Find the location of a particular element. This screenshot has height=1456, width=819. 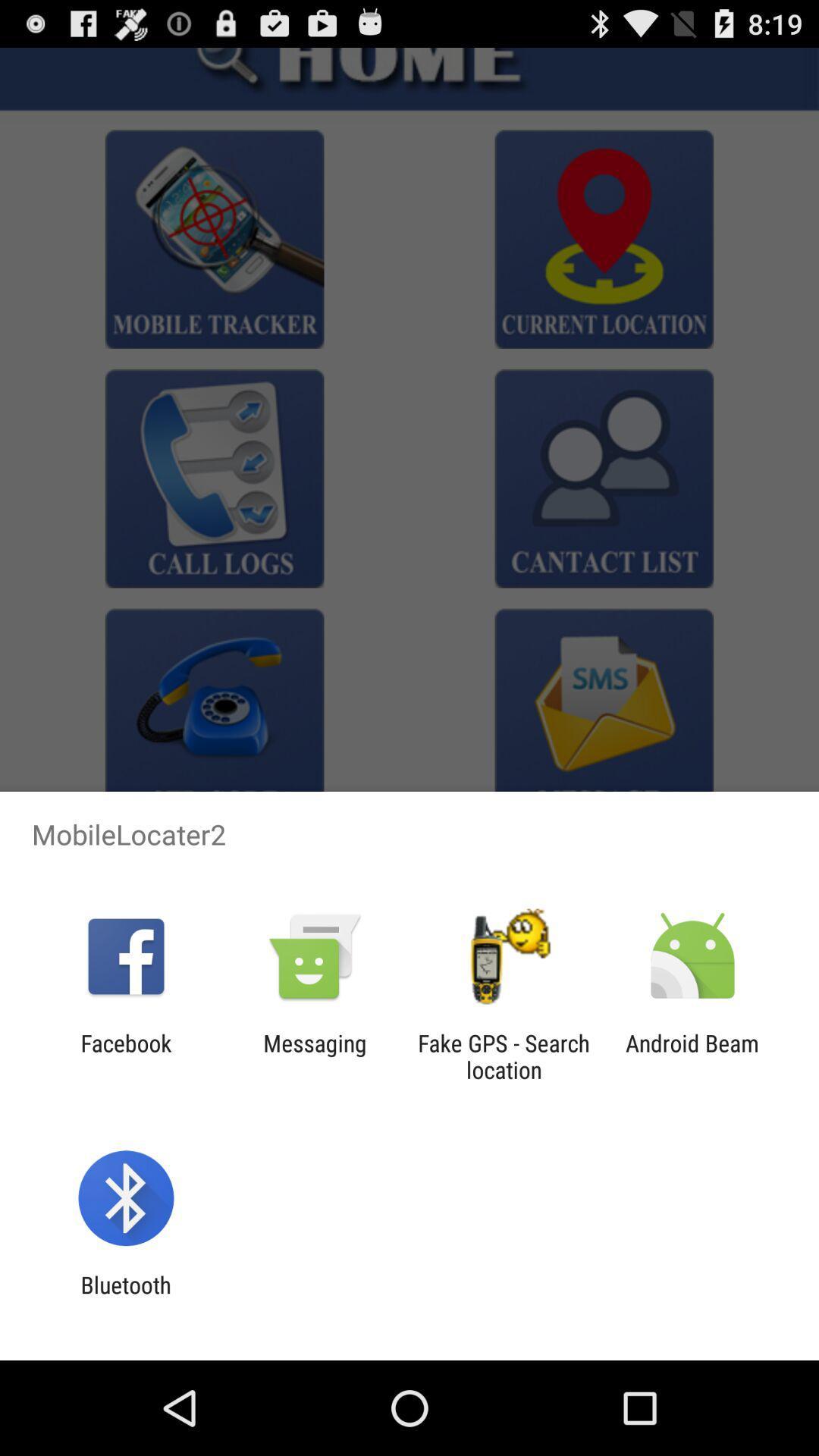

icon next to messaging is located at coordinates (504, 1056).